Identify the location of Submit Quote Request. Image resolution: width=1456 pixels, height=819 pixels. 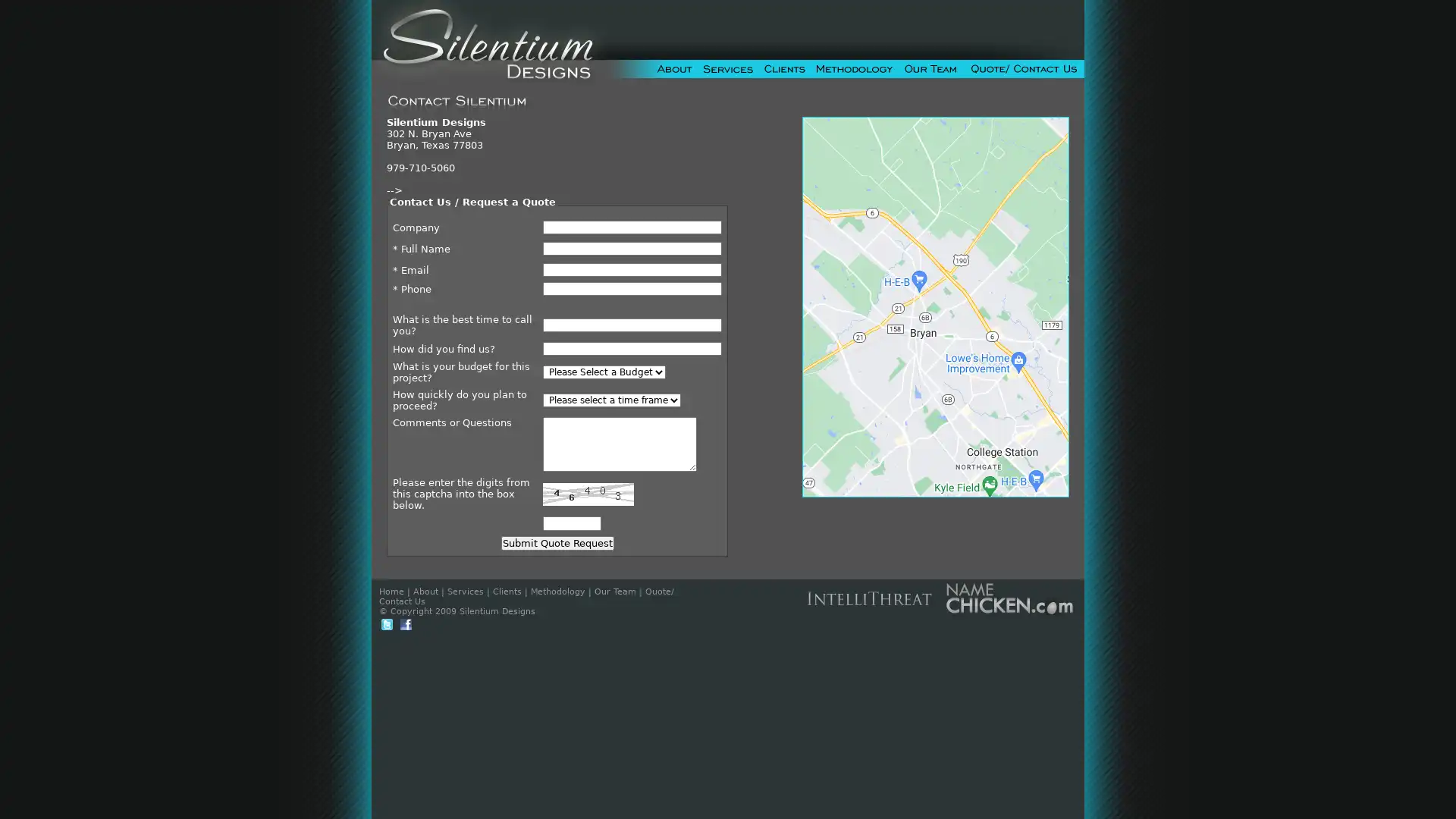
(556, 542).